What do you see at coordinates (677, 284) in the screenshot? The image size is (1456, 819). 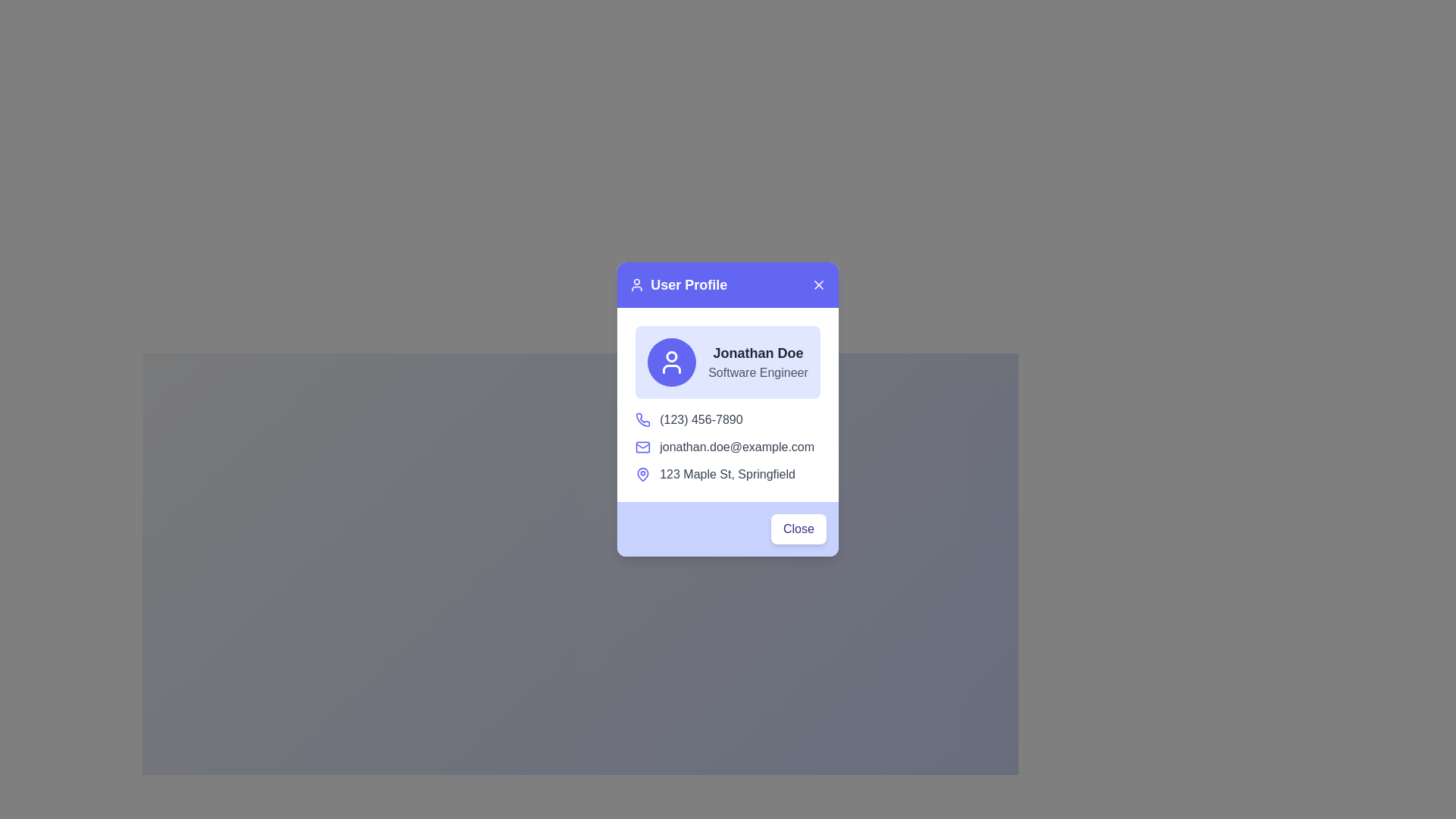 I see `the text label that reads 'User Profile', which is styled in bold and slightly larger font, located next to a user icon on an indigo background` at bounding box center [677, 284].